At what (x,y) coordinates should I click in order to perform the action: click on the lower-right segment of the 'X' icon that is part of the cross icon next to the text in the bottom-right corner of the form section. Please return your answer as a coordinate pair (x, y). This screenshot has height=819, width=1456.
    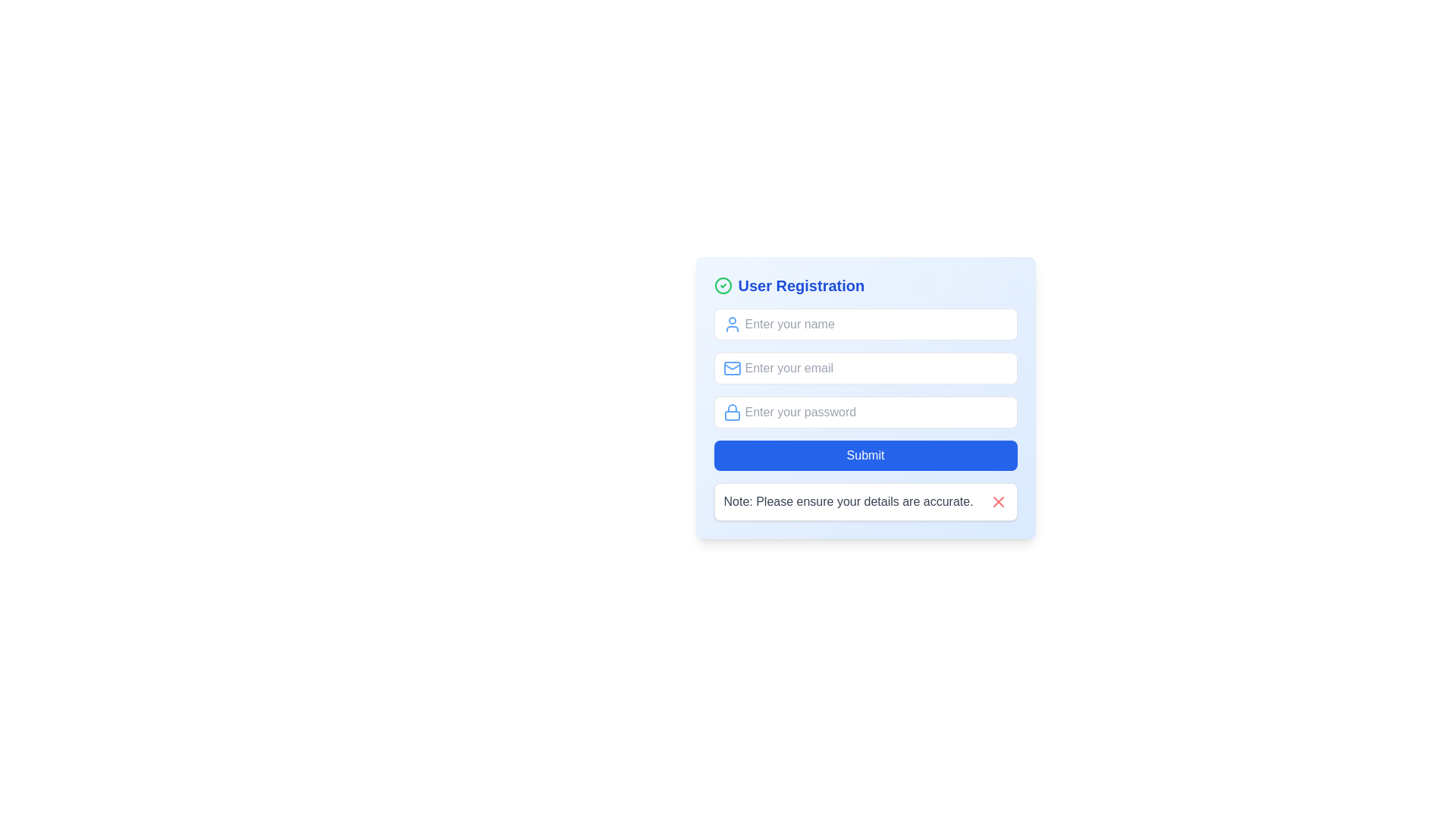
    Looking at the image, I should click on (998, 502).